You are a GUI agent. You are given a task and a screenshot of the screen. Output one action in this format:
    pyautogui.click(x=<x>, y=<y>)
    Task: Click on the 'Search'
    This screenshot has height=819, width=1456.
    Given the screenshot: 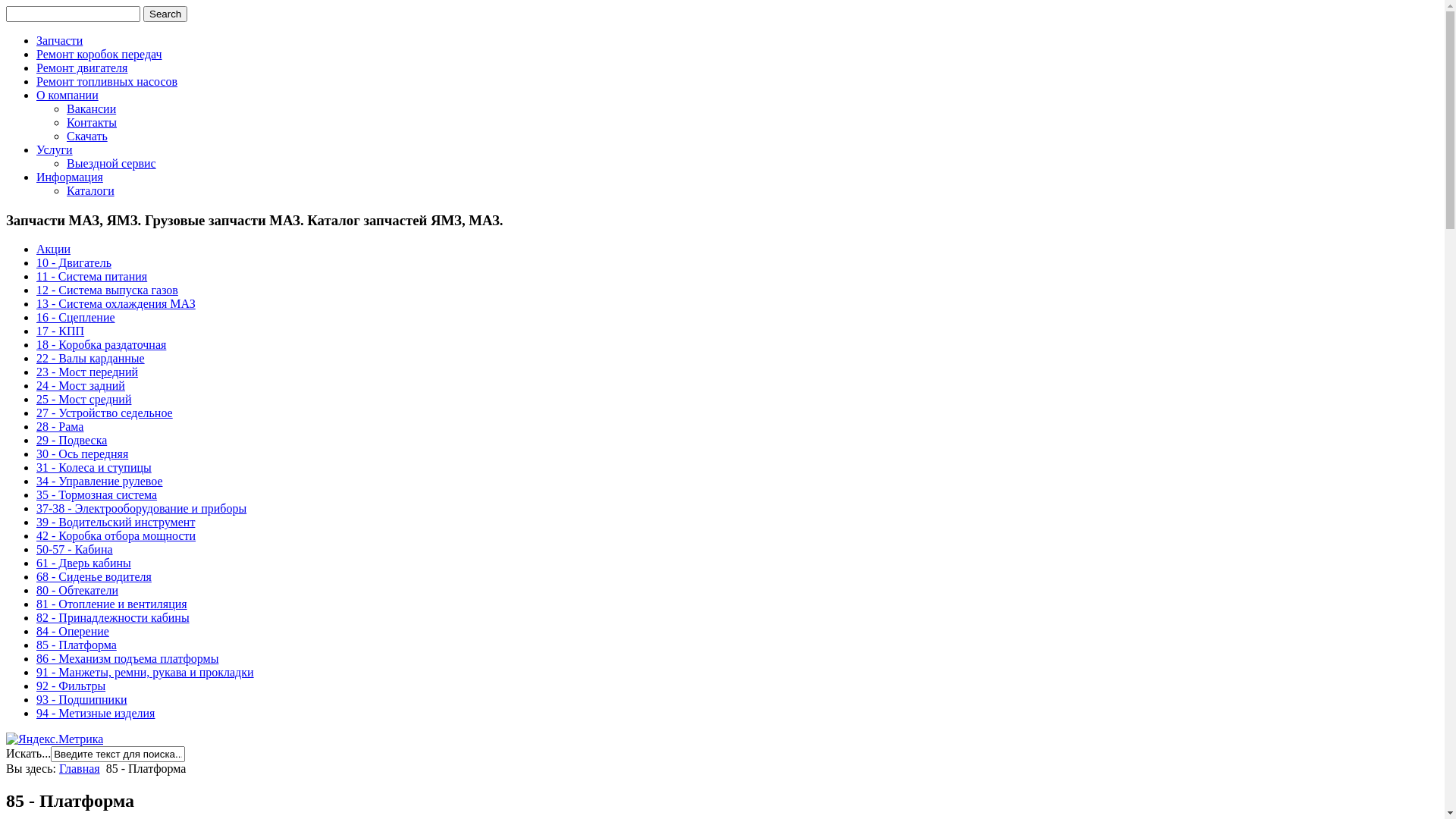 What is the action you would take?
    pyautogui.click(x=165, y=14)
    